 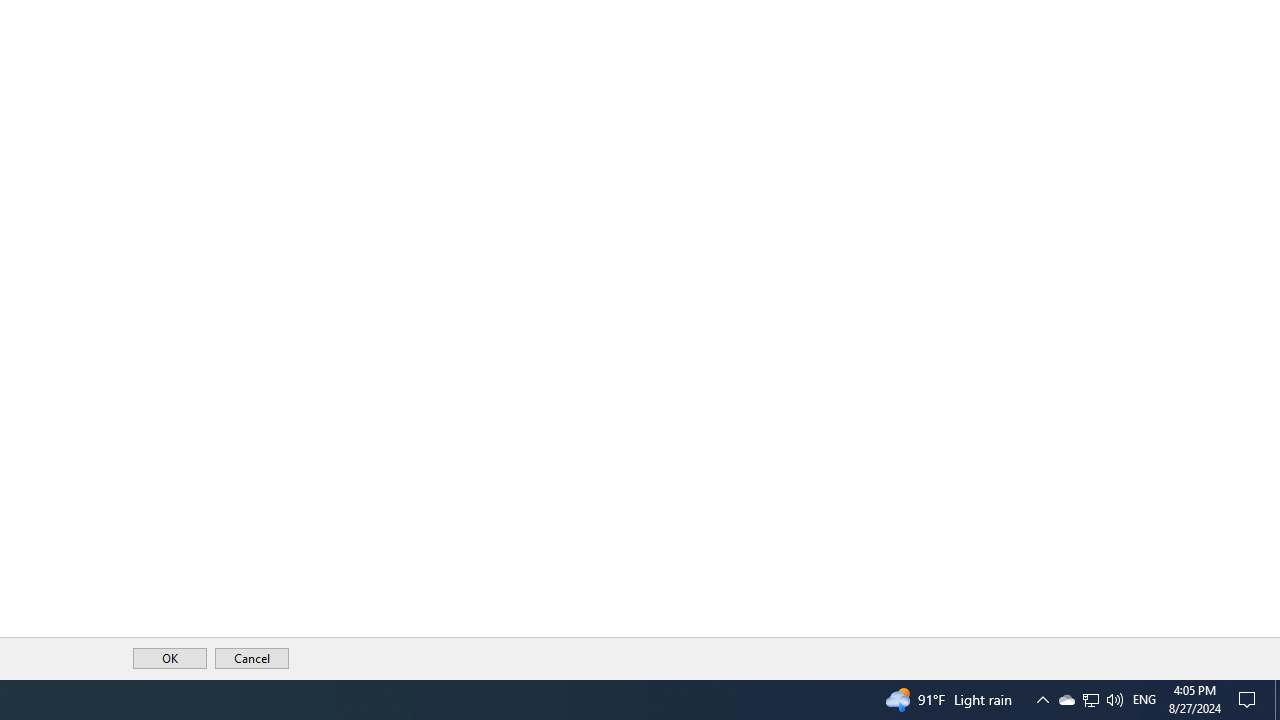 What do you see at coordinates (1090, 698) in the screenshot?
I see `'Q2790: 100%'` at bounding box center [1090, 698].